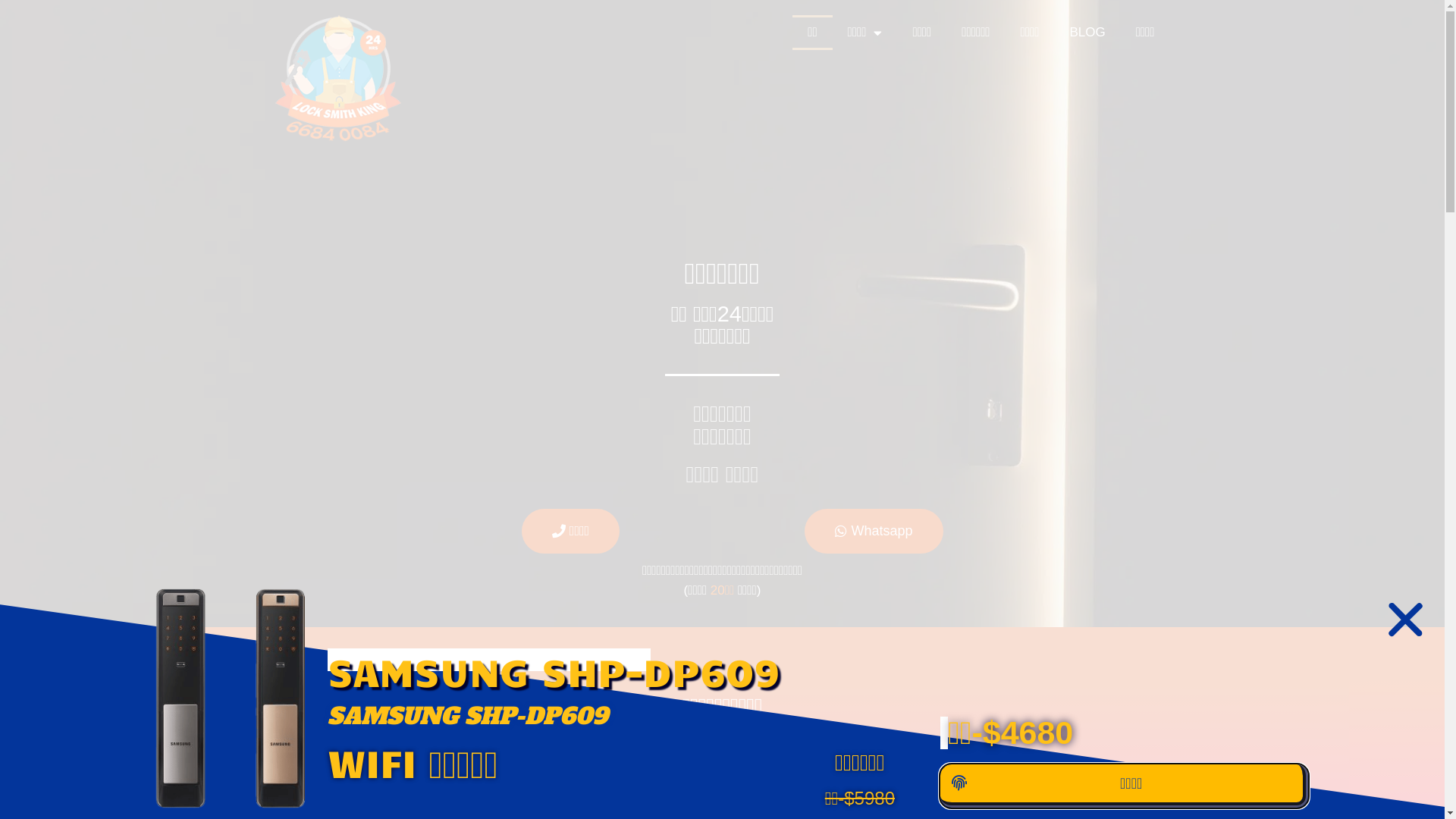 The height and width of the screenshot is (819, 1456). I want to click on 'BLOG', so click(1086, 32).